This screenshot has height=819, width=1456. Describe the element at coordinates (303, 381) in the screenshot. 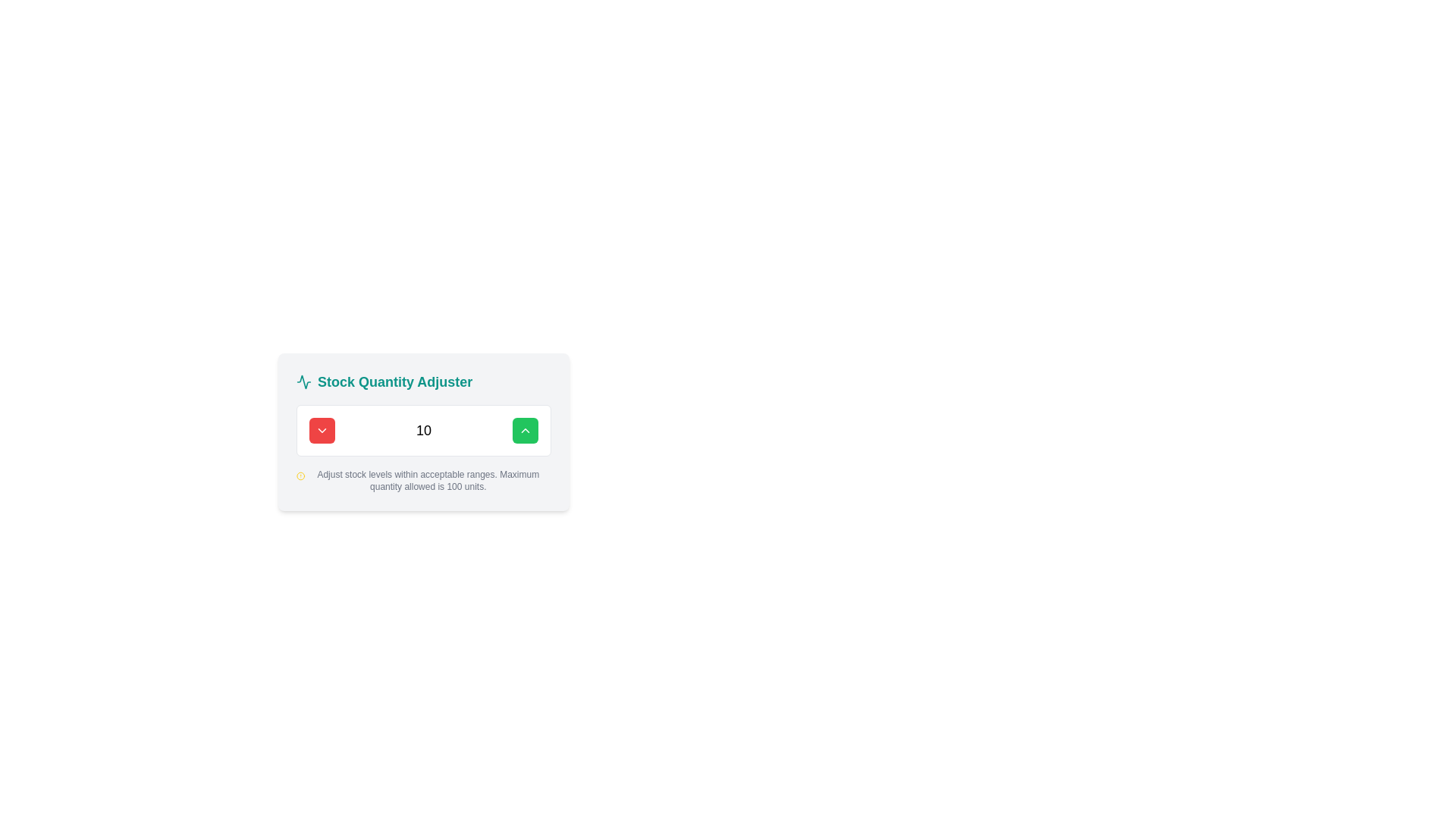

I see `the decorative 'activity' or 'status' icon located to the left of the 'Stock Quantity Adjuster' text in the top-left corner of the widget` at that location.